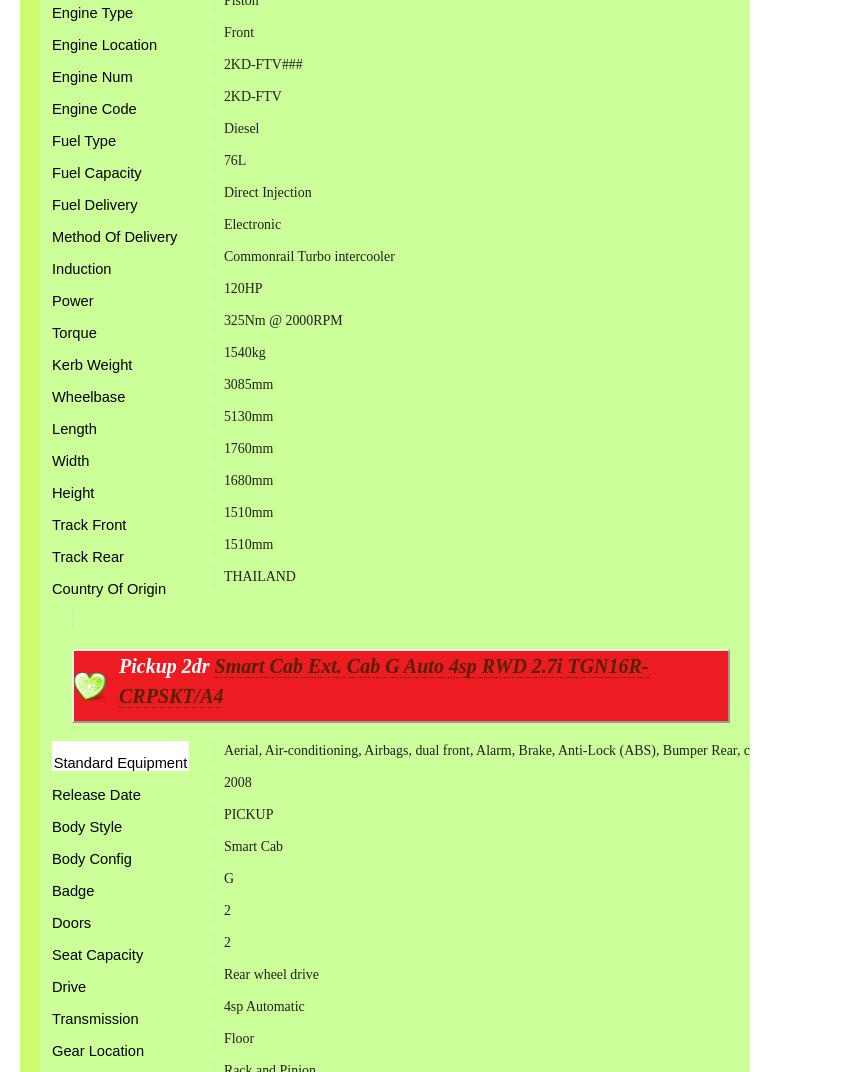  I want to click on 'Torque', so click(73, 330).